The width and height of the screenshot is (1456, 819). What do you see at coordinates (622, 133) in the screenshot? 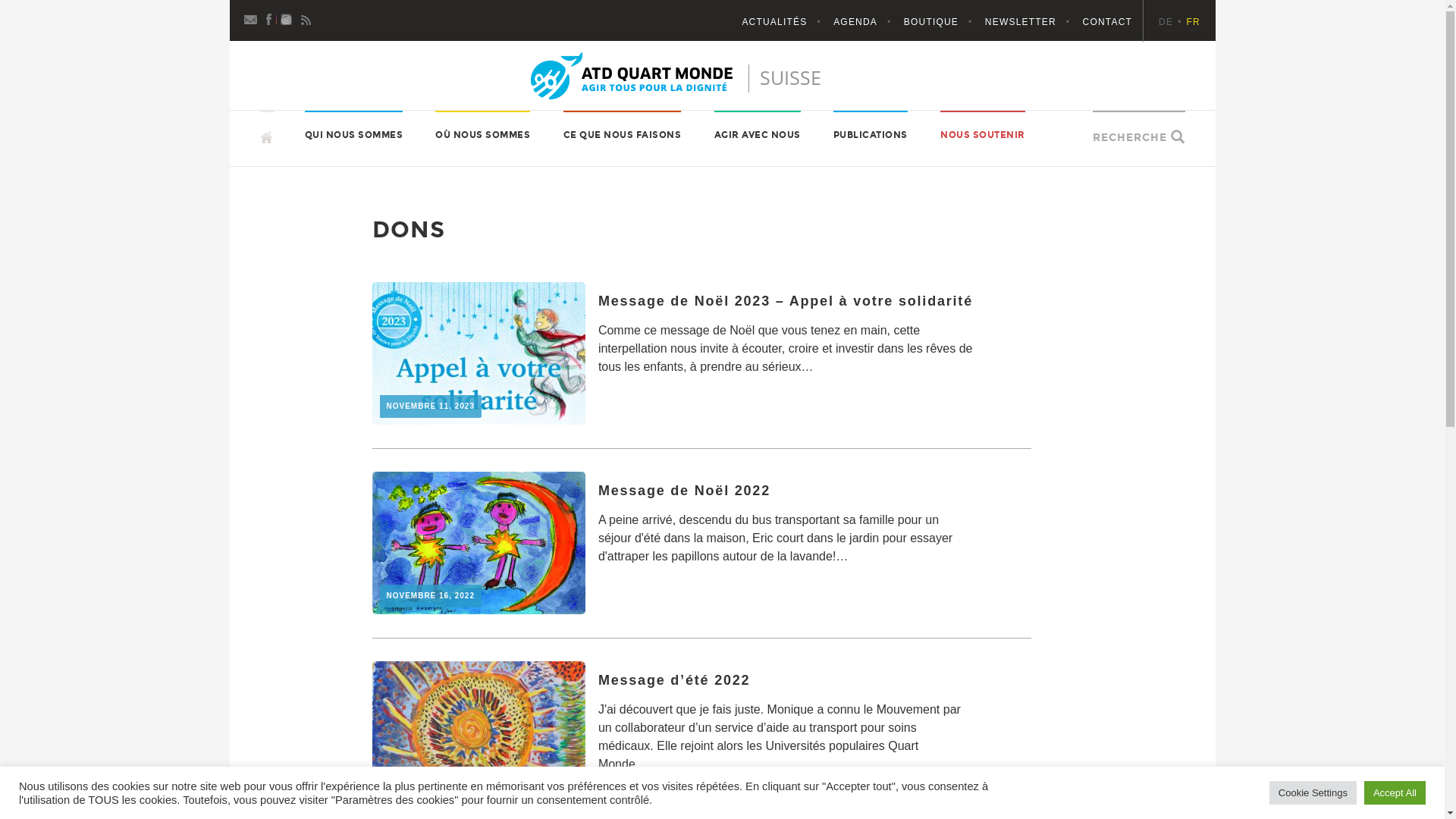
I see `'CE QUE NOUS FAISONS'` at bounding box center [622, 133].